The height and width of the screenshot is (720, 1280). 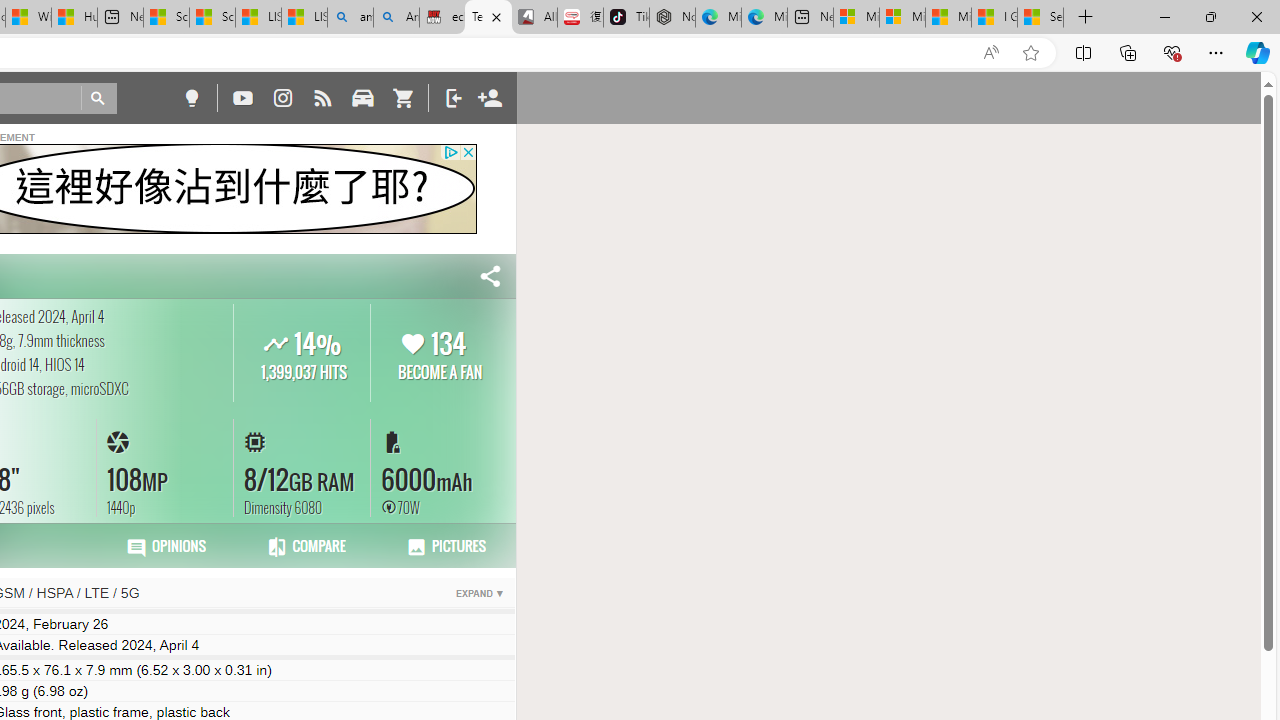 I want to click on 'TikTok', so click(x=625, y=17).